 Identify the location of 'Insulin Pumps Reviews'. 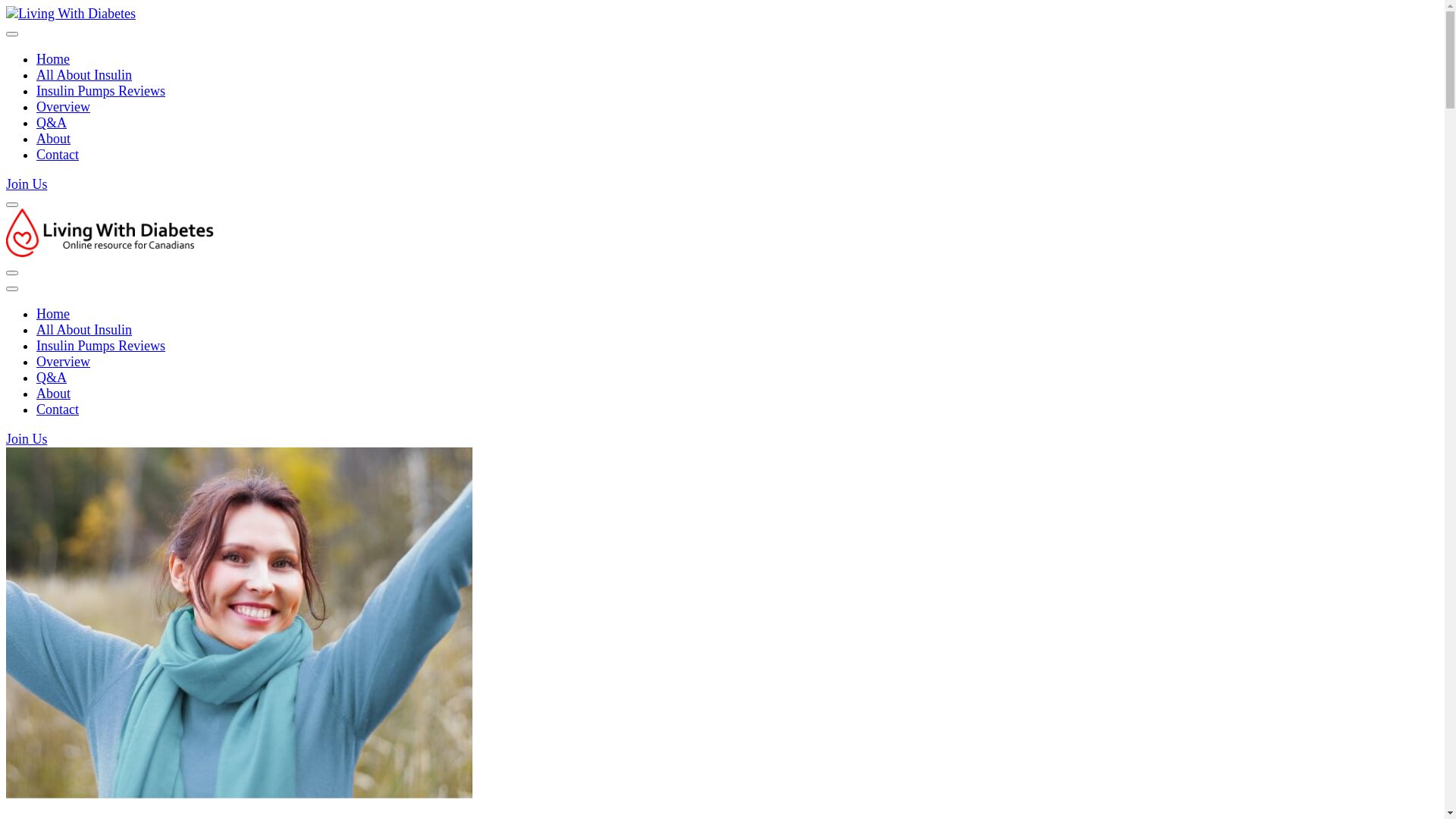
(100, 345).